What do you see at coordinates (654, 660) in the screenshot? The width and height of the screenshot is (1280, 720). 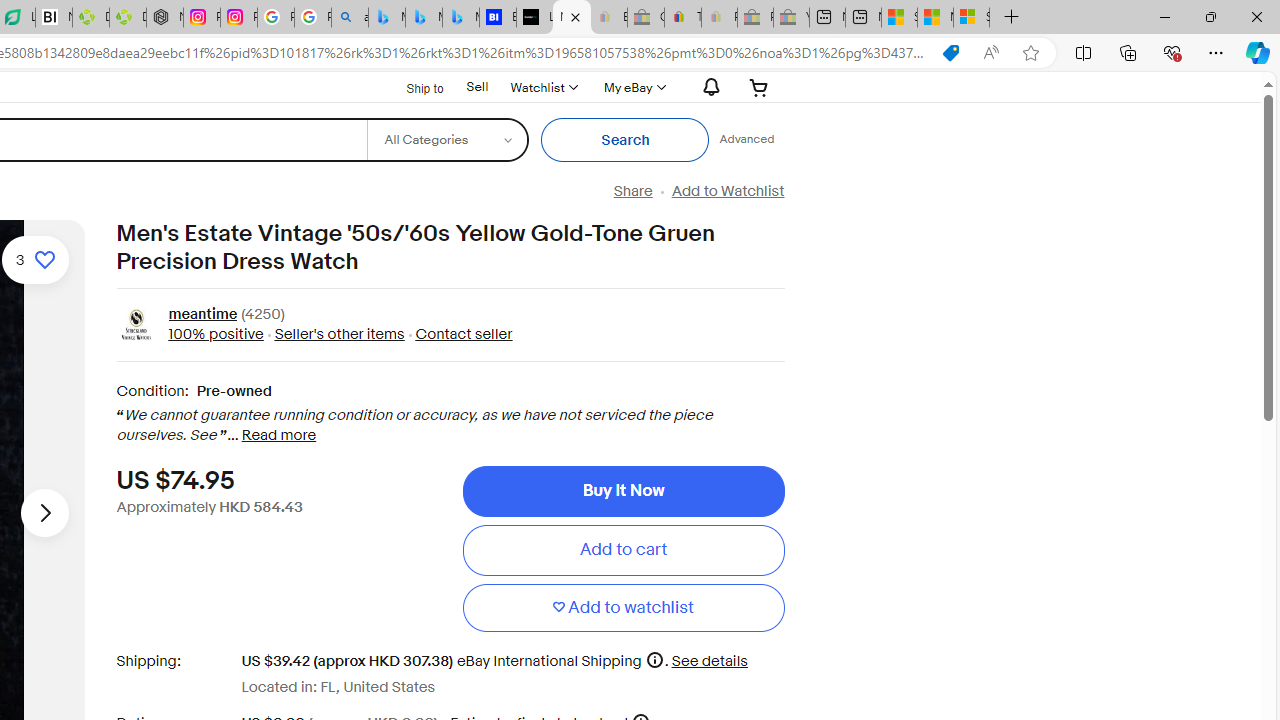 I see `'More information'` at bounding box center [654, 660].